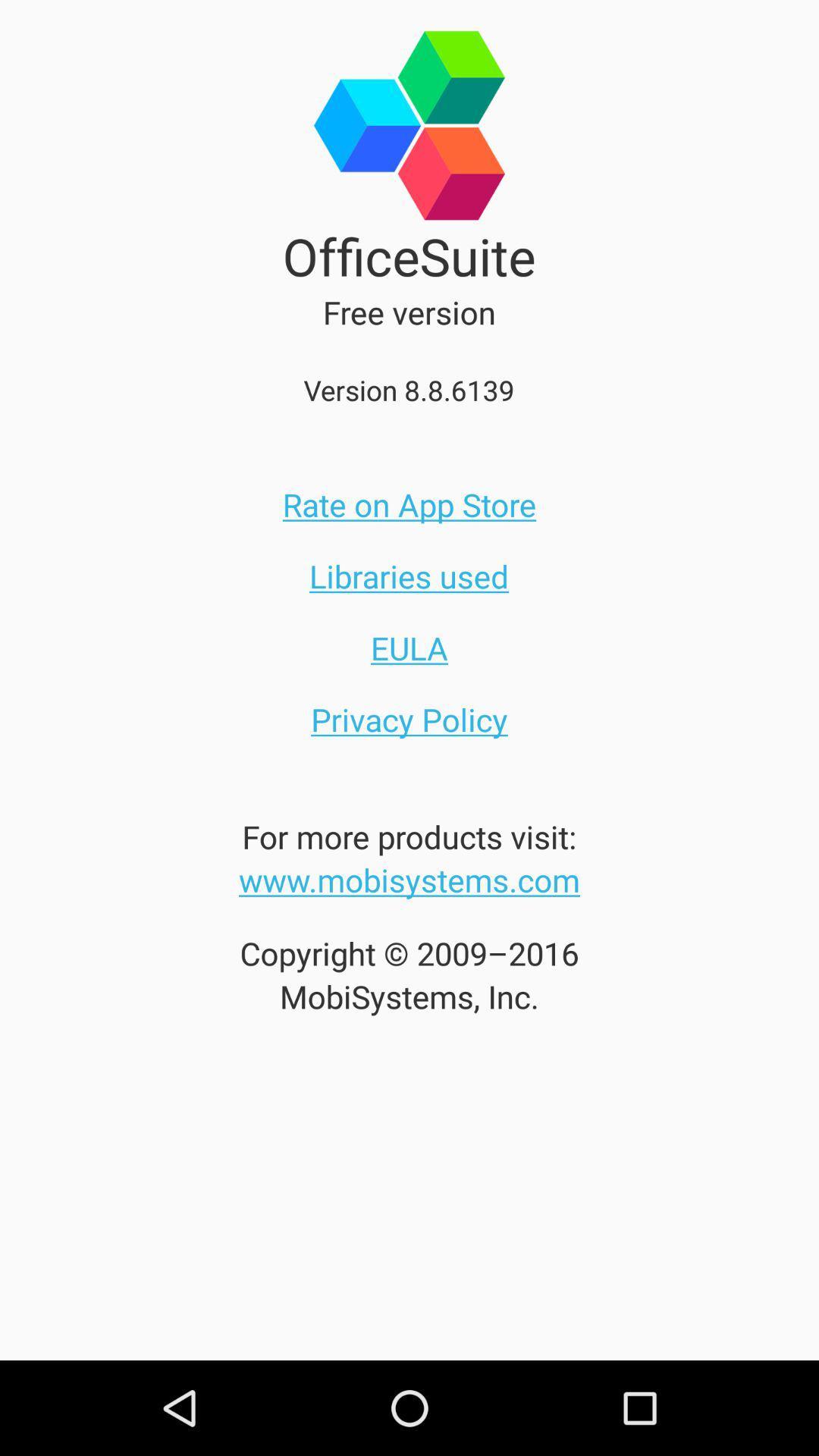  I want to click on the item above libraries used, so click(409, 504).